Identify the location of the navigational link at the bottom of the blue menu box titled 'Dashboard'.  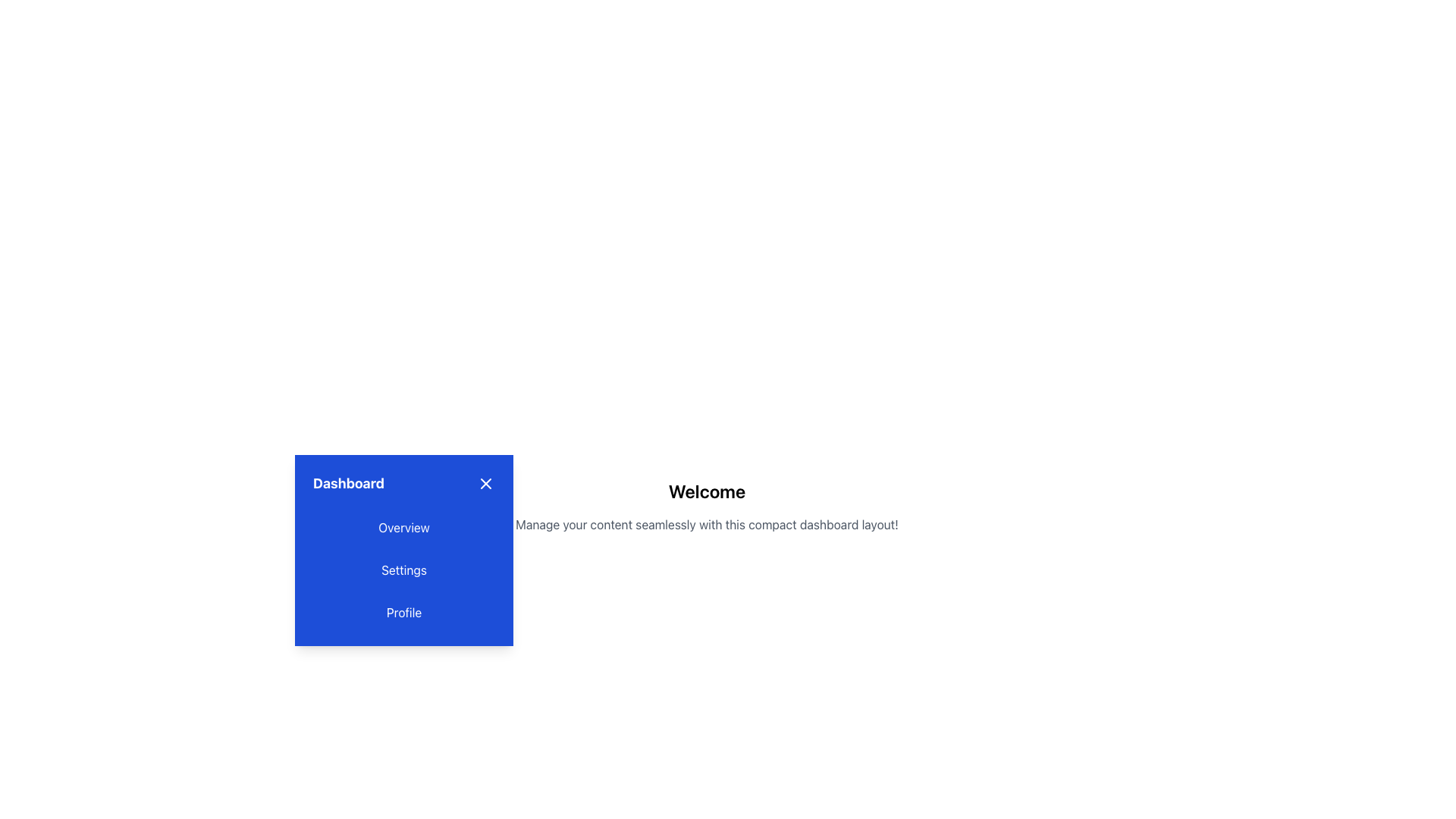
(403, 611).